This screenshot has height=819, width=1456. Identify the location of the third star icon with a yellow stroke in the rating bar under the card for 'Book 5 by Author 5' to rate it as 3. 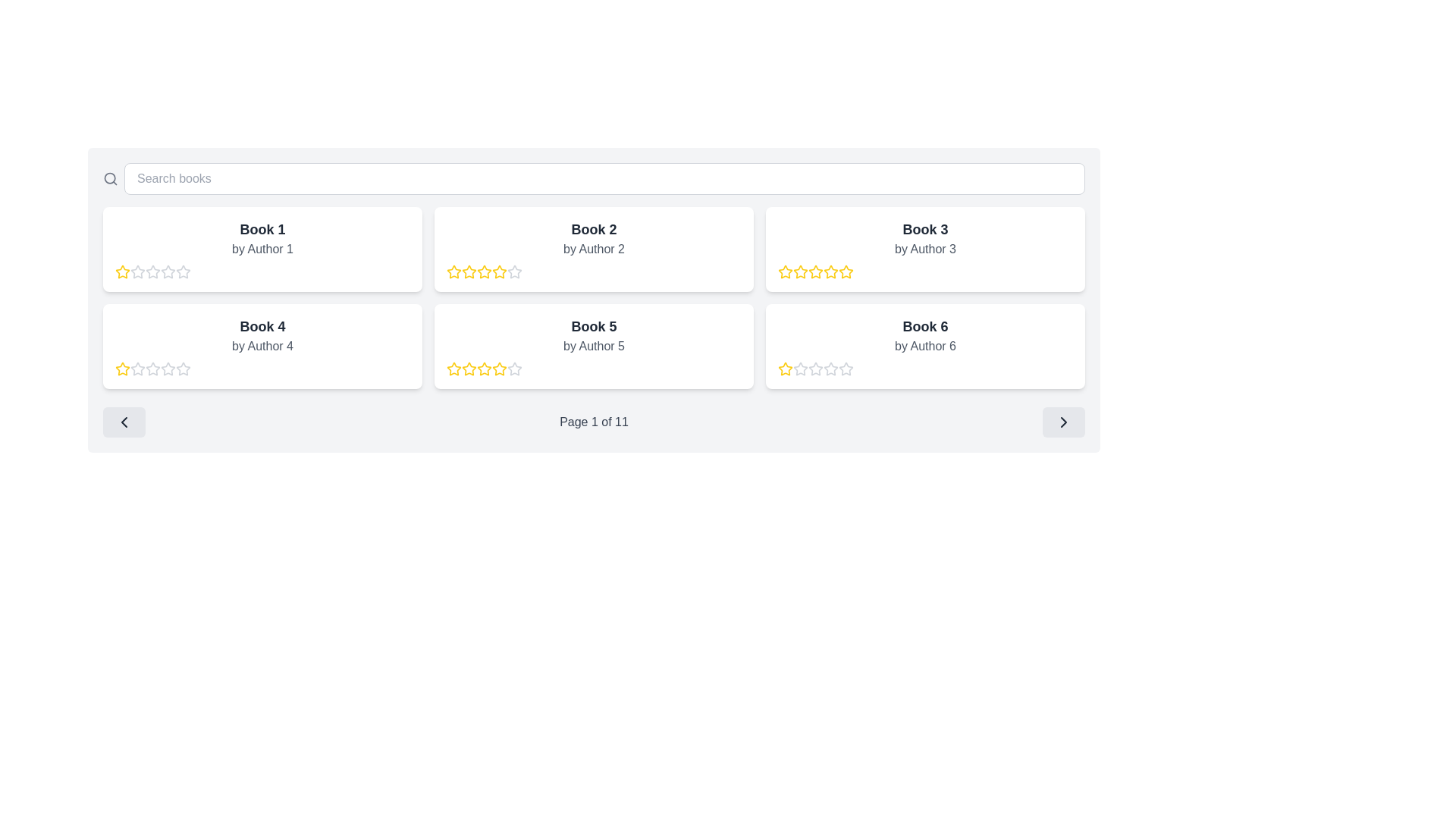
(469, 369).